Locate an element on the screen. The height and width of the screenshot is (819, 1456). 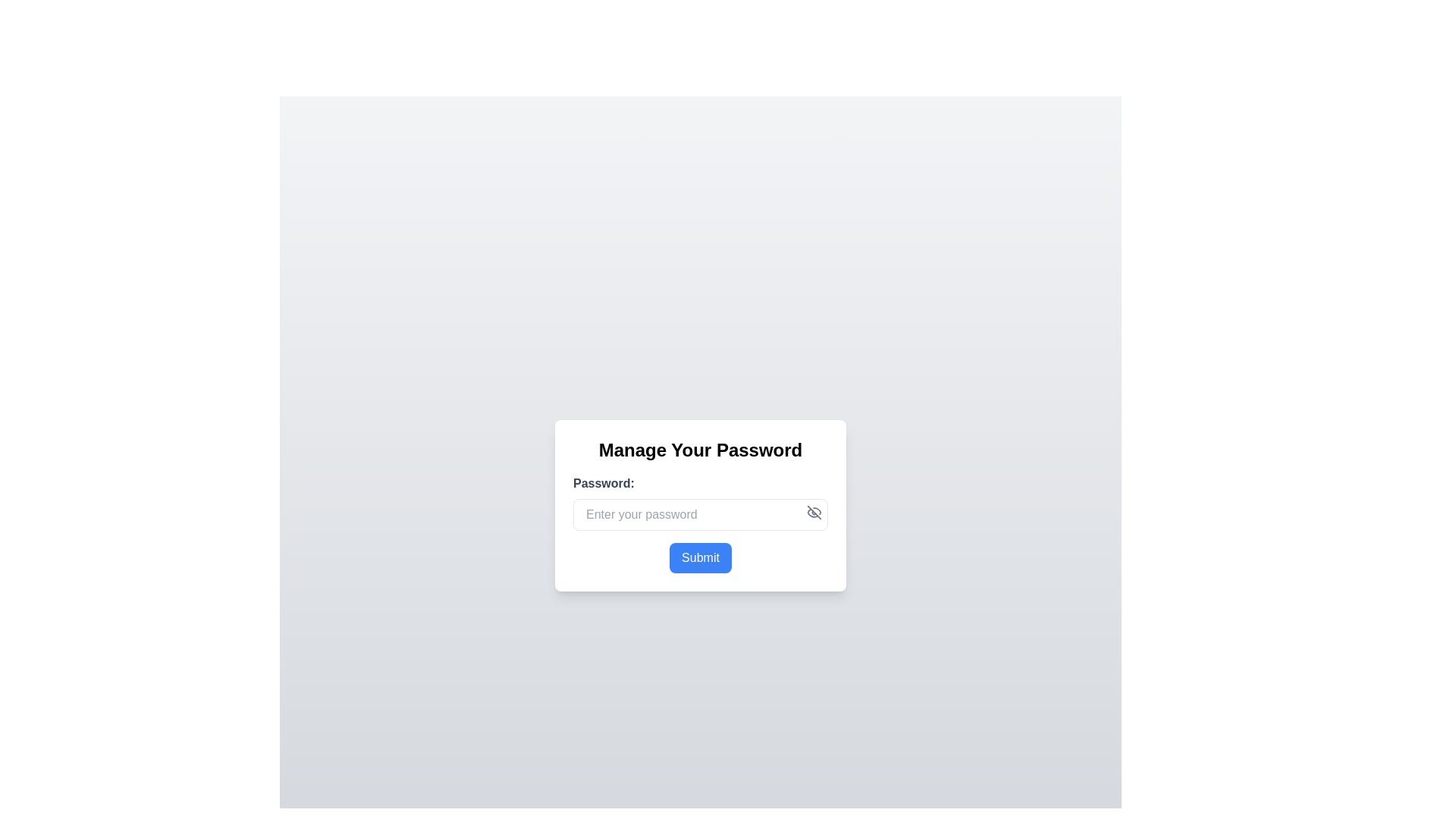
the 'eye-off' icon, which features a diagonal line crossing an eye, indicating that the view is disabled, located near the password input field is located at coordinates (814, 512).